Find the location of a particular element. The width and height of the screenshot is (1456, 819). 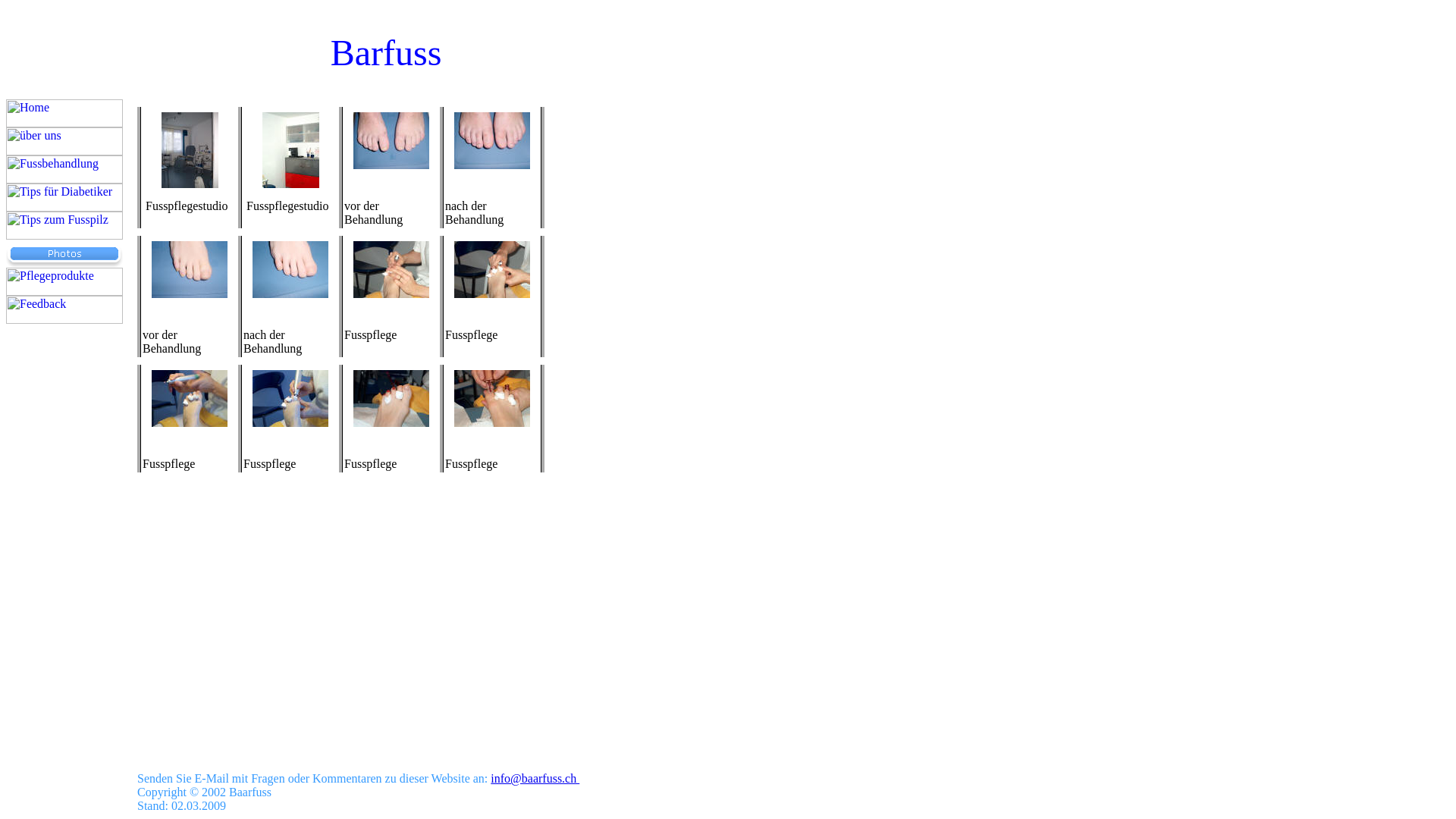

'info@baarfuss.ch ' is located at coordinates (535, 778).